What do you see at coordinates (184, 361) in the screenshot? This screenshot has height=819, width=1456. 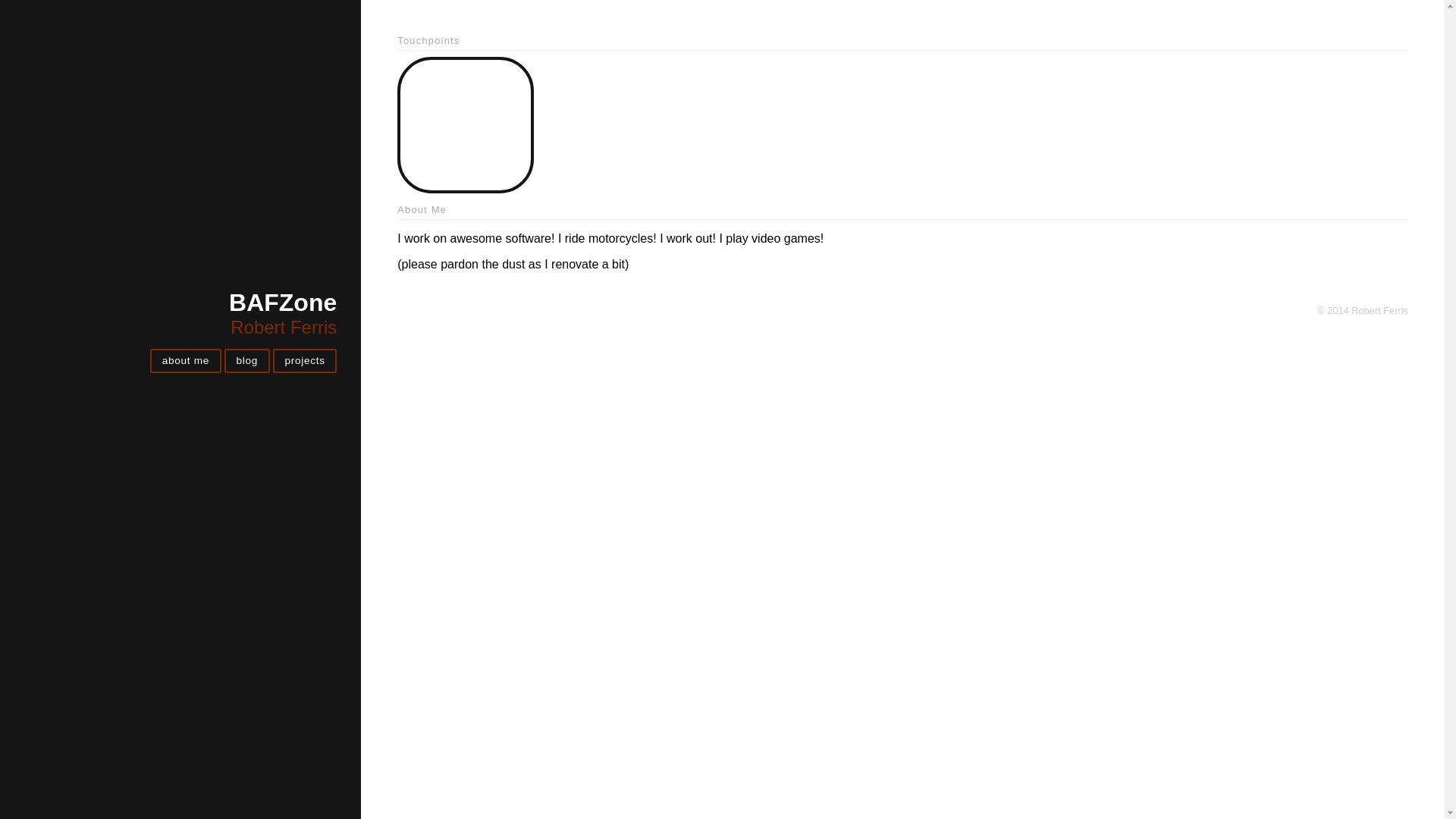 I see `'about me'` at bounding box center [184, 361].